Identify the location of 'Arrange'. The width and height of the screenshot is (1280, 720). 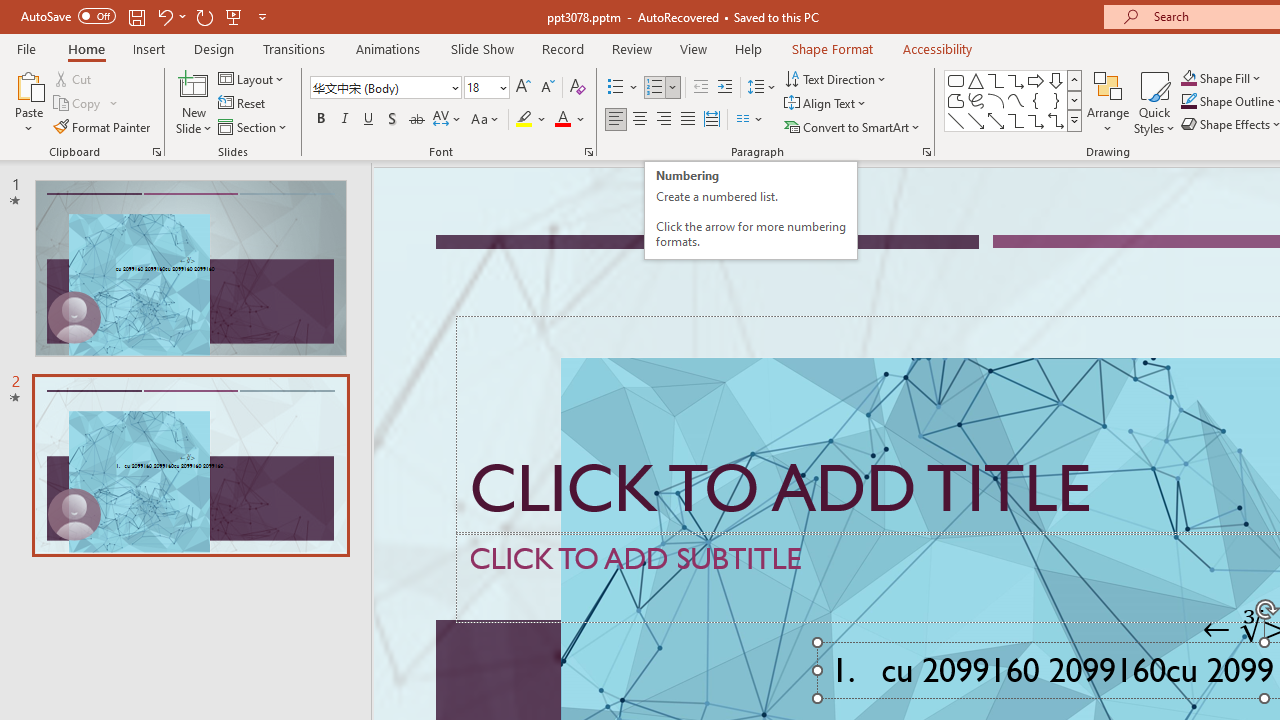
(1107, 103).